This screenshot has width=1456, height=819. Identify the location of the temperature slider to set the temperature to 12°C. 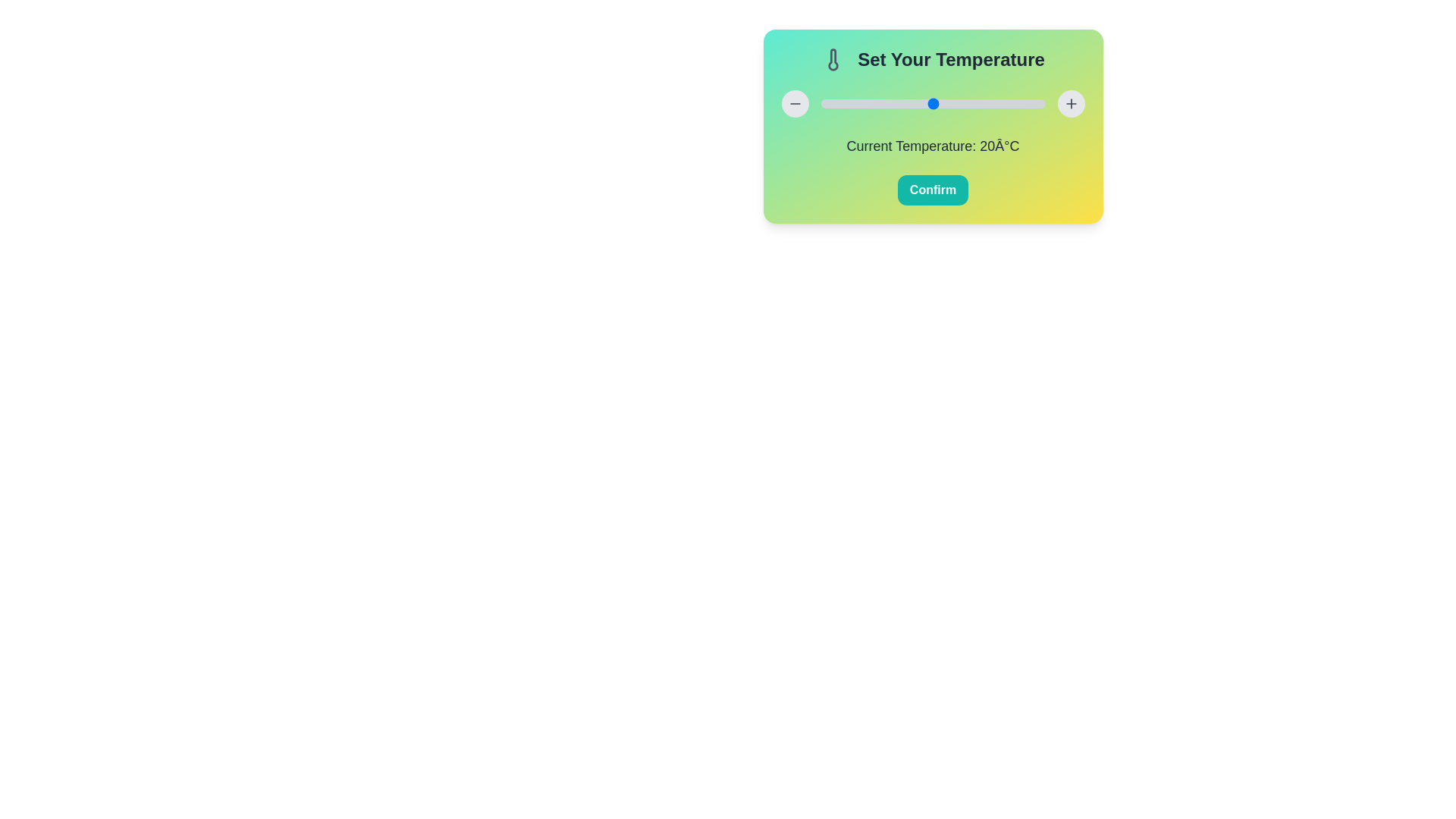
(888, 103).